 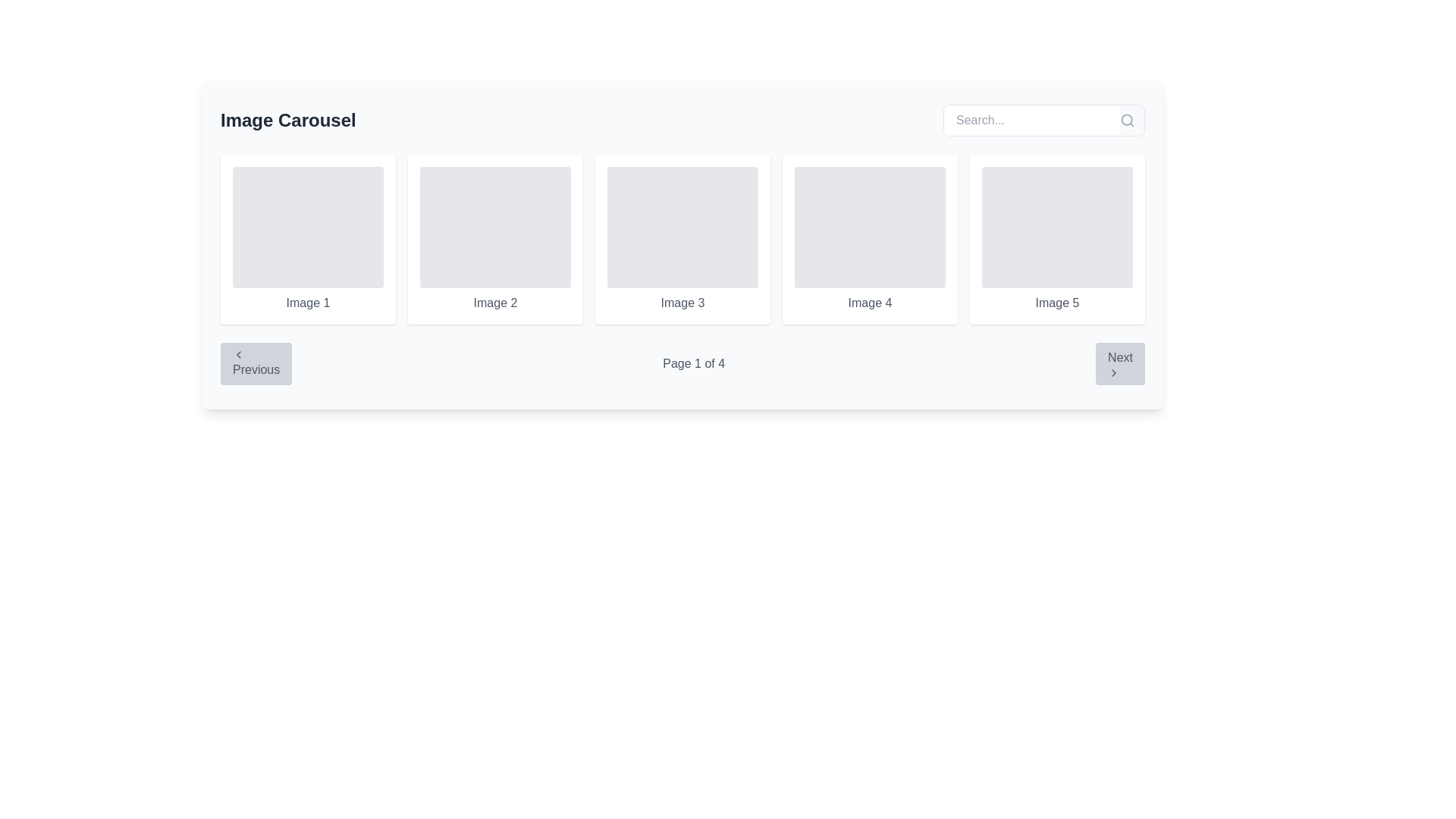 I want to click on the left-facing chevron arrow icon inside the 'Previous' button, so click(x=238, y=354).